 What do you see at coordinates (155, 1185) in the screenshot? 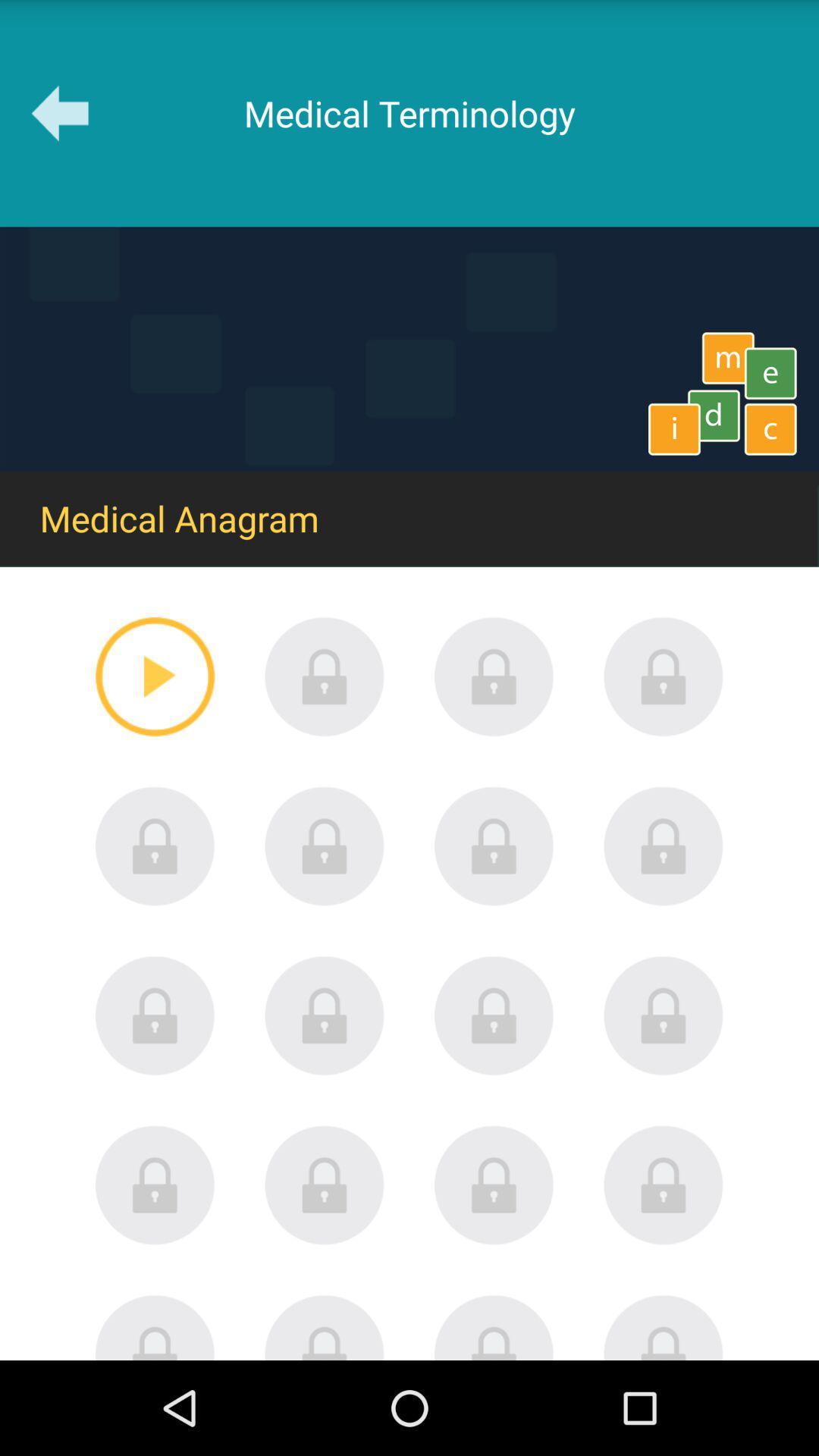
I see `lock` at bounding box center [155, 1185].